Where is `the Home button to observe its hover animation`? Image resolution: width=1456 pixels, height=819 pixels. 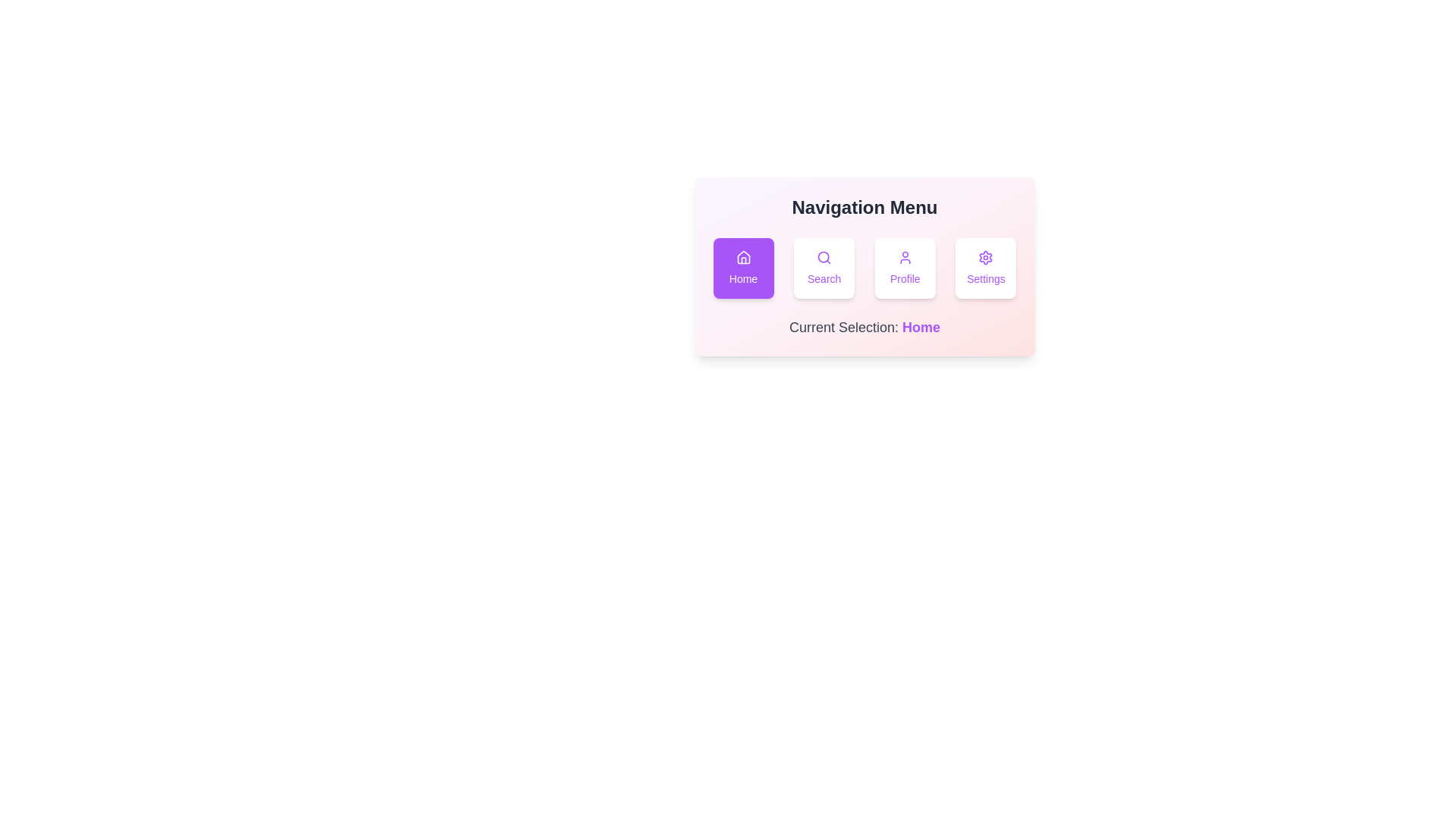 the Home button to observe its hover animation is located at coordinates (743, 268).